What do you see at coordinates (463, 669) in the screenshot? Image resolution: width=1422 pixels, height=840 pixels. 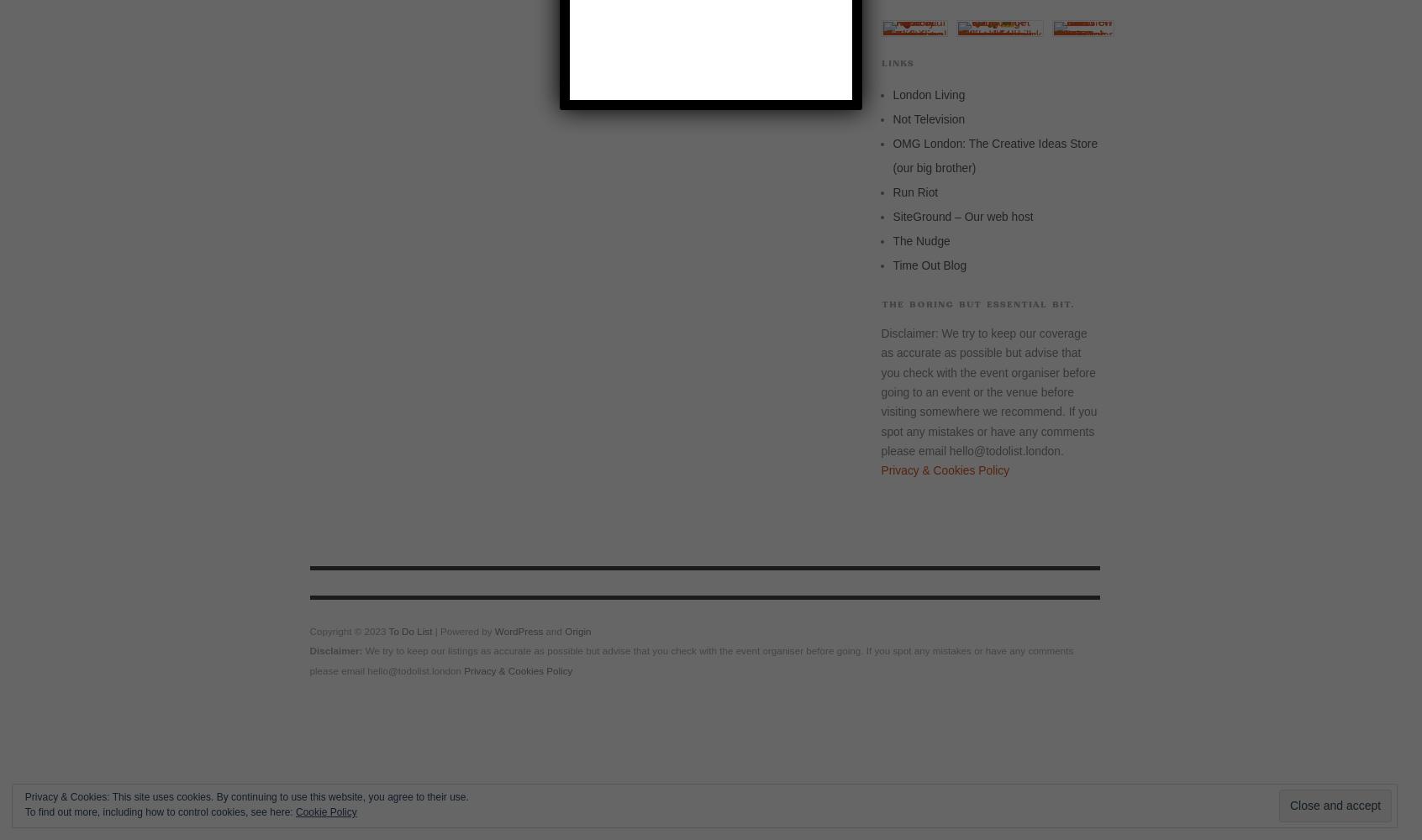 I see `'Privacy & Cookies Policy'` at bounding box center [463, 669].